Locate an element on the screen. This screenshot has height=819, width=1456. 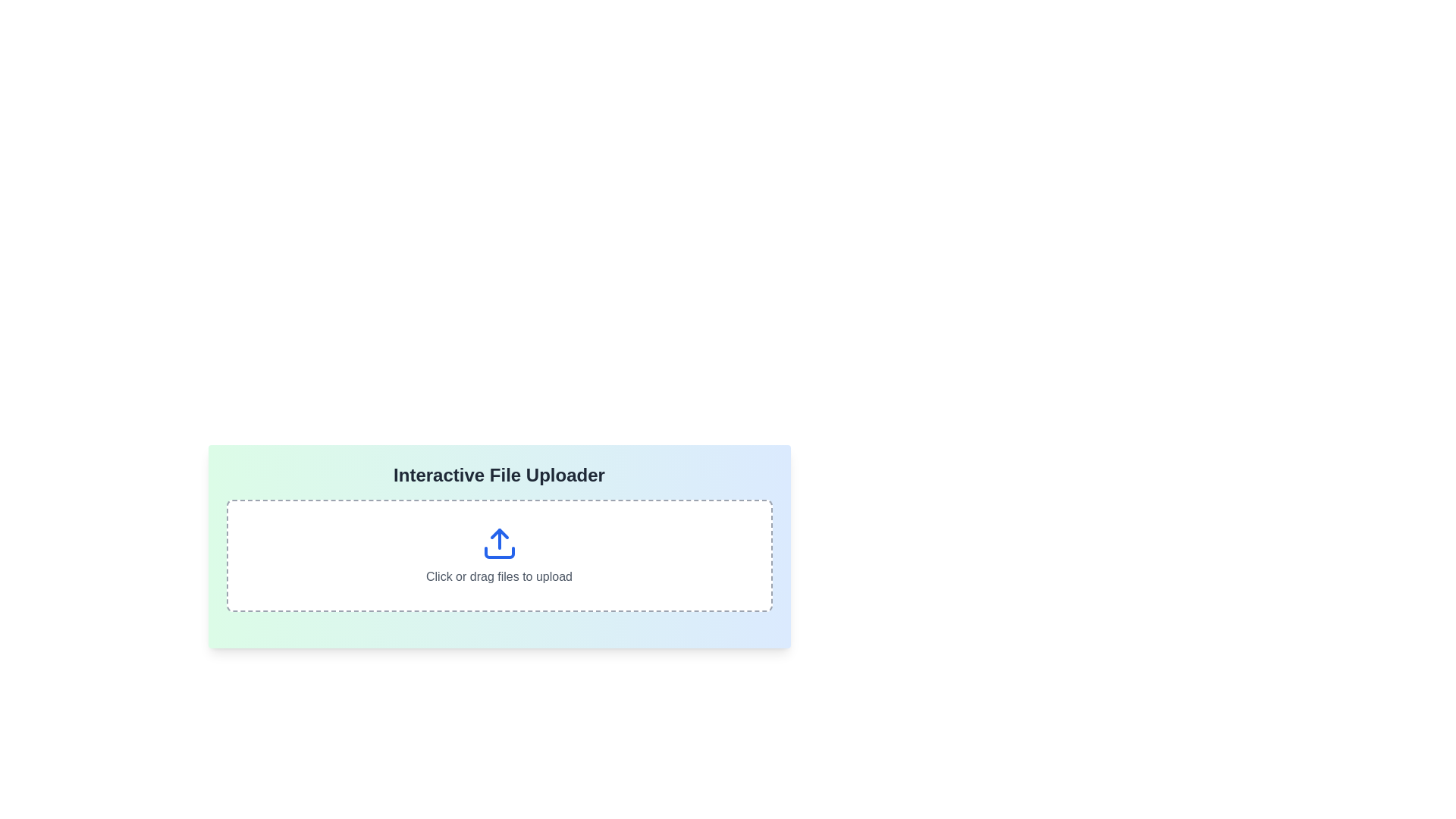
and drop files onto the 'Interactive File Uploader' area, which is a rounded rectangular section with a gradient background and instructions for file upload is located at coordinates (499, 547).